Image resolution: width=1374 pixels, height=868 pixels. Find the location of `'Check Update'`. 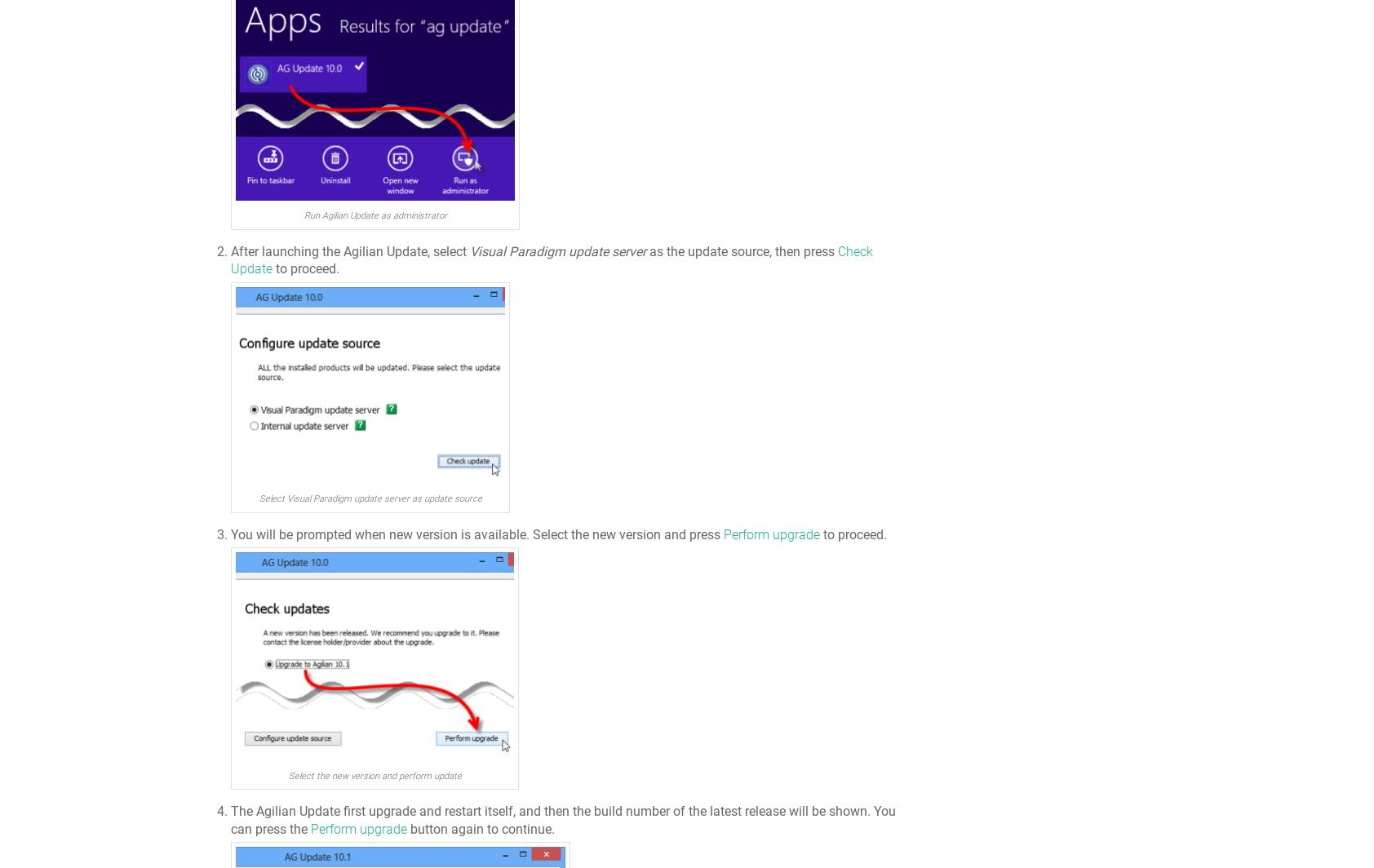

'Check Update' is located at coordinates (231, 259).